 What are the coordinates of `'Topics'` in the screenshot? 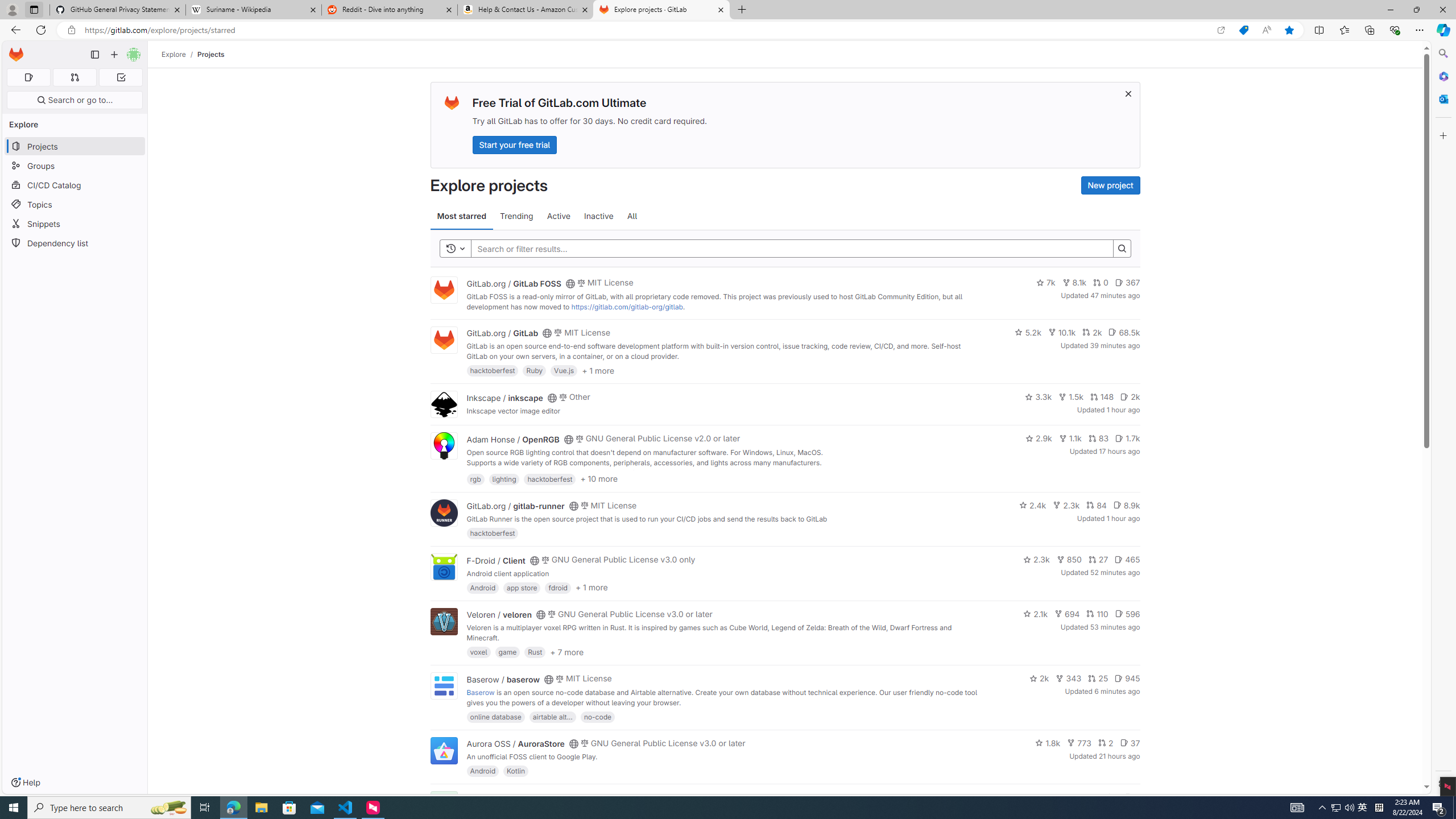 It's located at (74, 204).